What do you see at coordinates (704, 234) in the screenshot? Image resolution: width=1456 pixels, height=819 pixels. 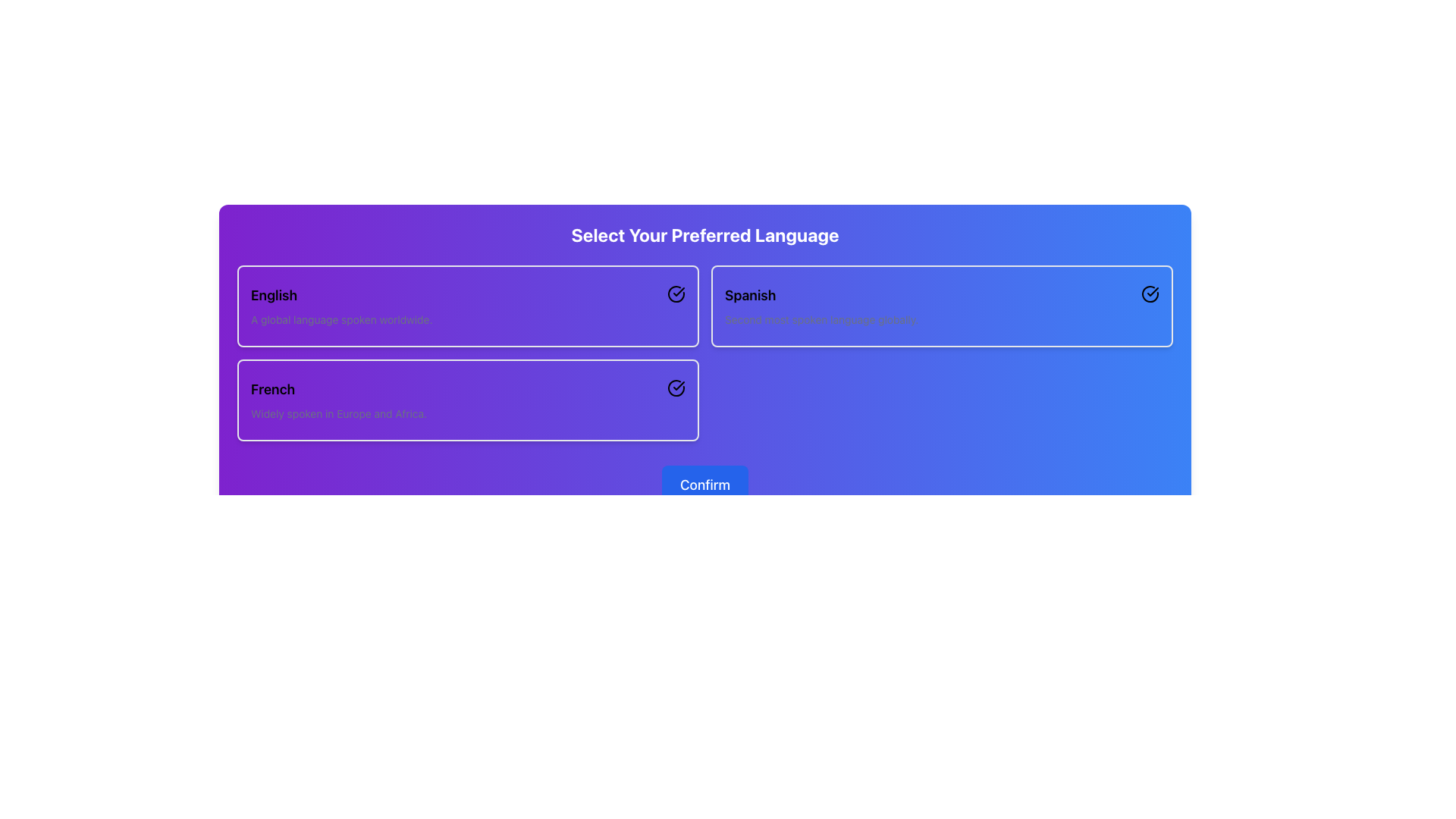 I see `the prominent text label that displays the message 'Select Your Preferred Language', which is bold, large, and white, centered within a gradient blue to purple background` at bounding box center [704, 234].